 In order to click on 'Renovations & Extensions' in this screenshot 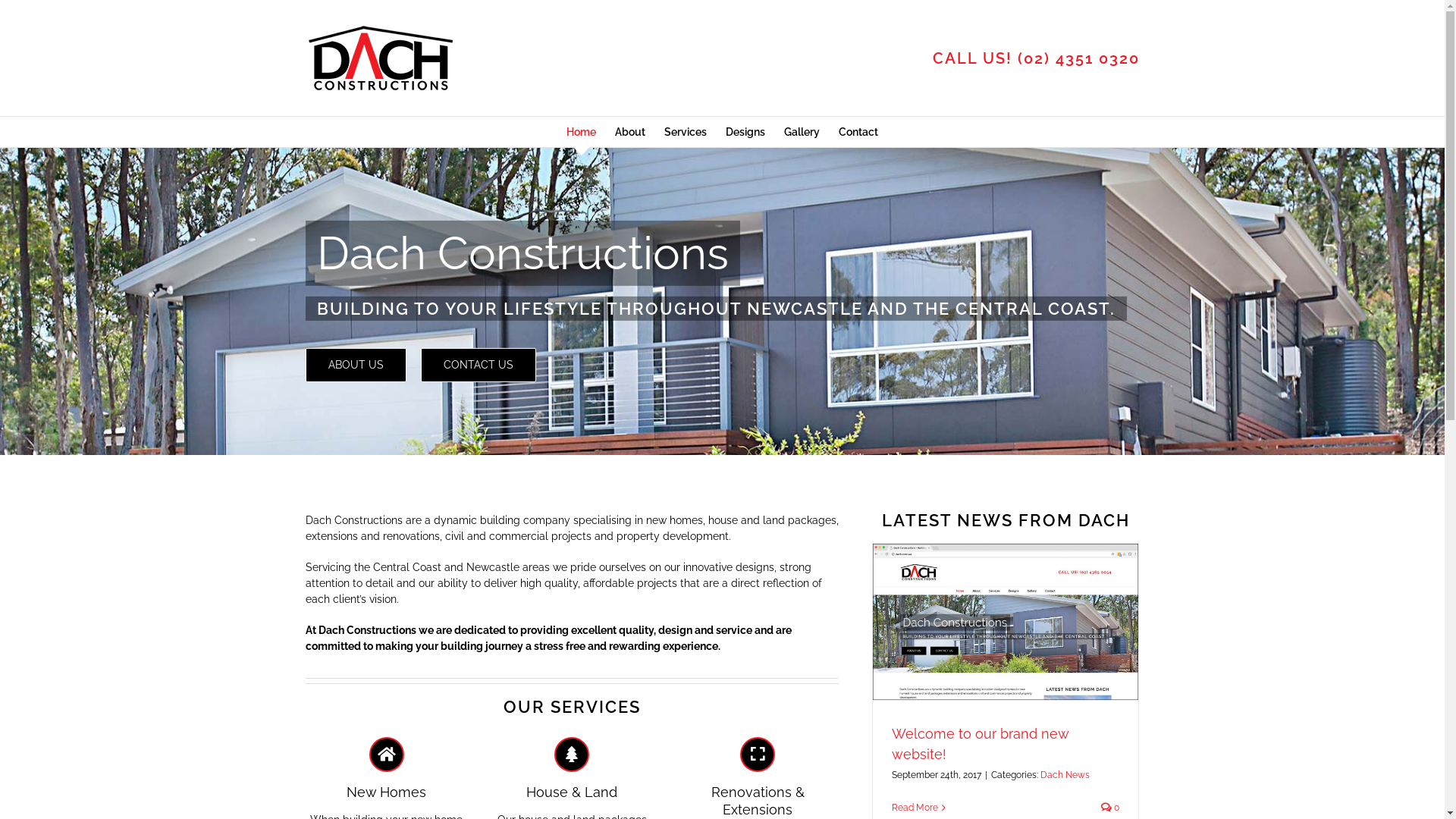, I will do `click(758, 777)`.